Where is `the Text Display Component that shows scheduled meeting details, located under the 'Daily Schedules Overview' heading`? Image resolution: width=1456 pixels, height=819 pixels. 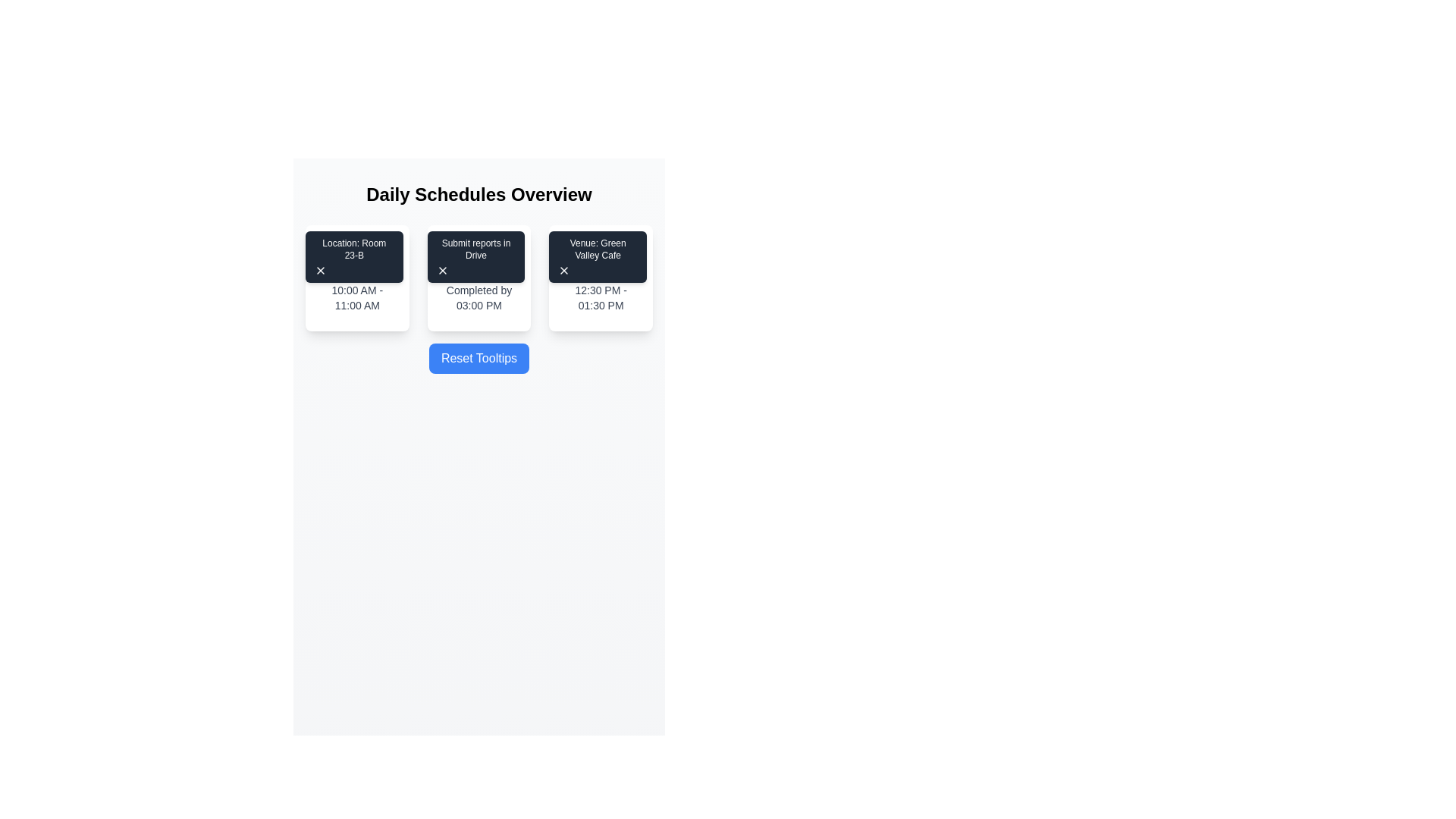
the Text Display Component that shows scheduled meeting details, located under the 'Daily Schedules Overview' heading is located at coordinates (356, 278).